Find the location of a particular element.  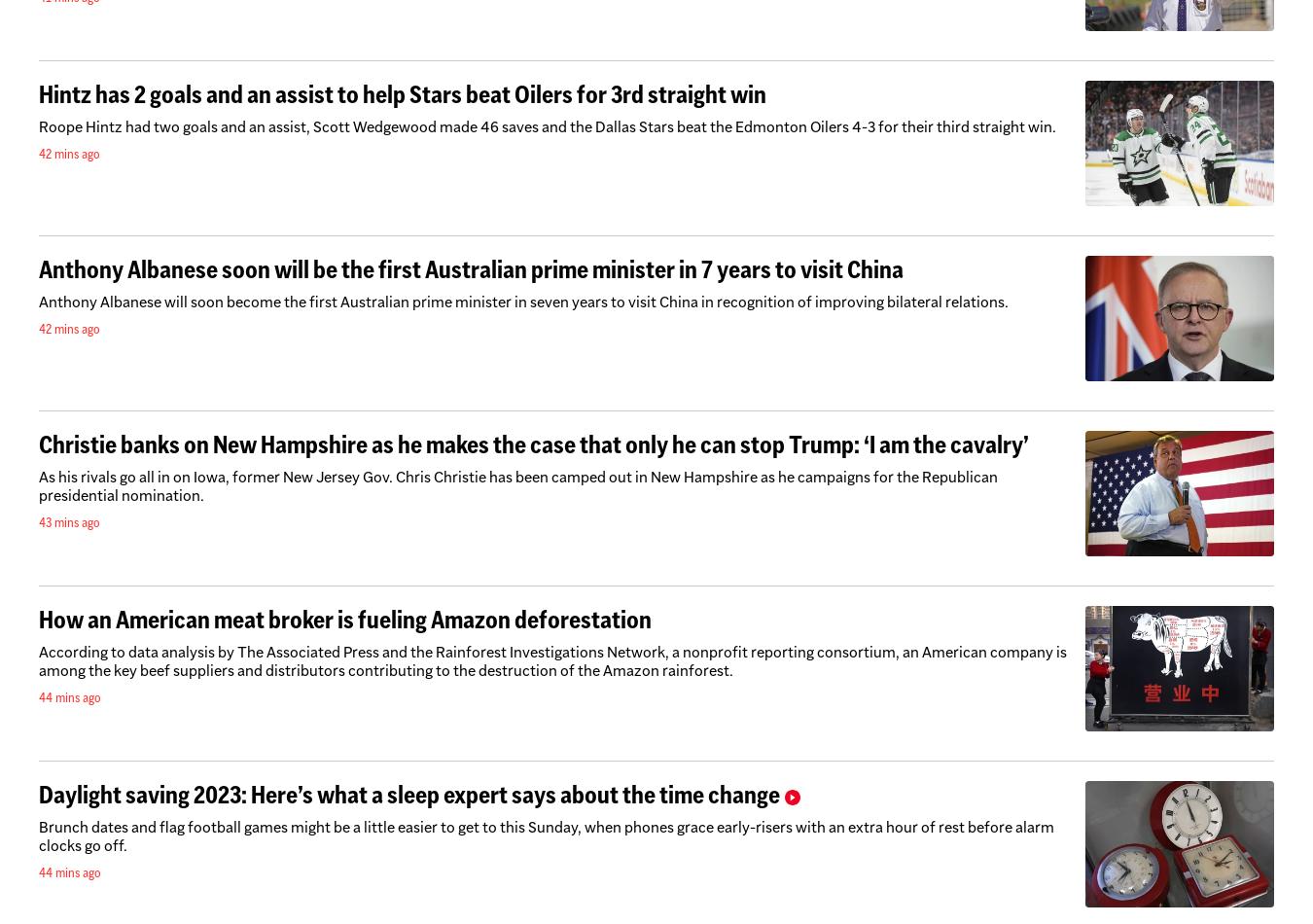

'43 mins ago' is located at coordinates (68, 522).